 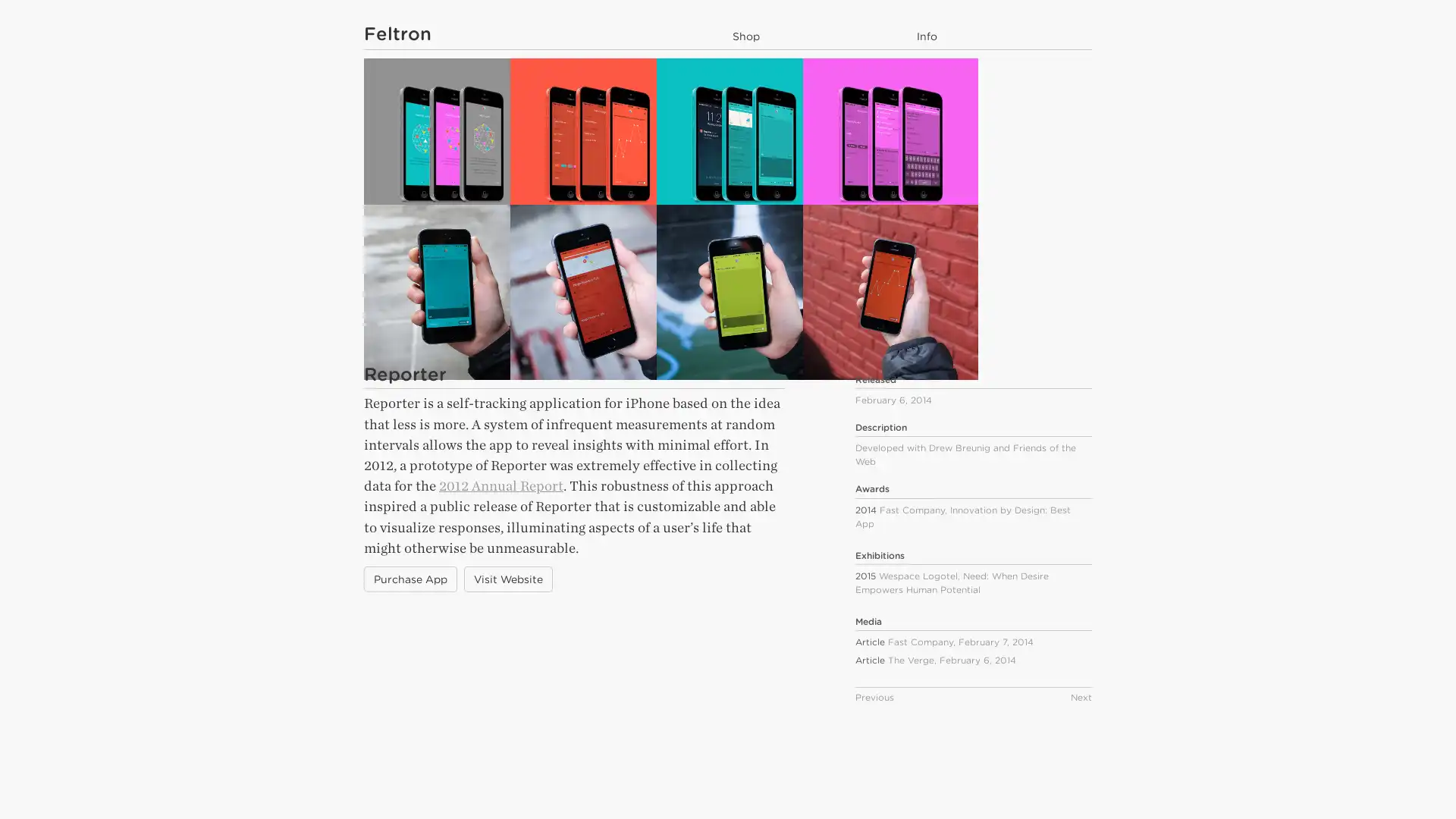 What do you see at coordinates (410, 654) in the screenshot?
I see `Purchase App` at bounding box center [410, 654].